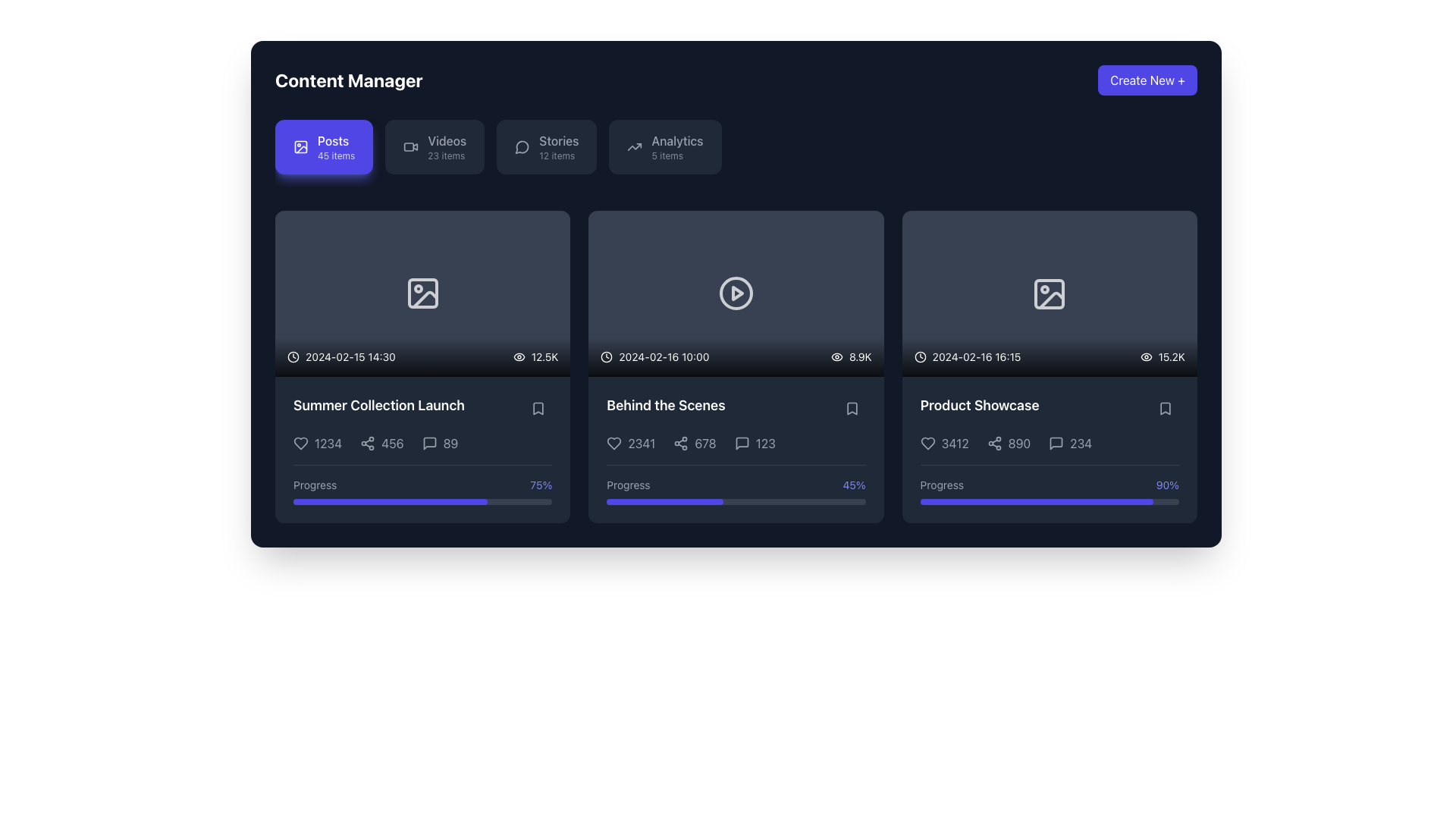  Describe the element at coordinates (350, 356) in the screenshot. I see `the Text label that conveys a specific date and time, located below the image placeholder in the first card of the content grid, adjacent to a clock icon` at that location.